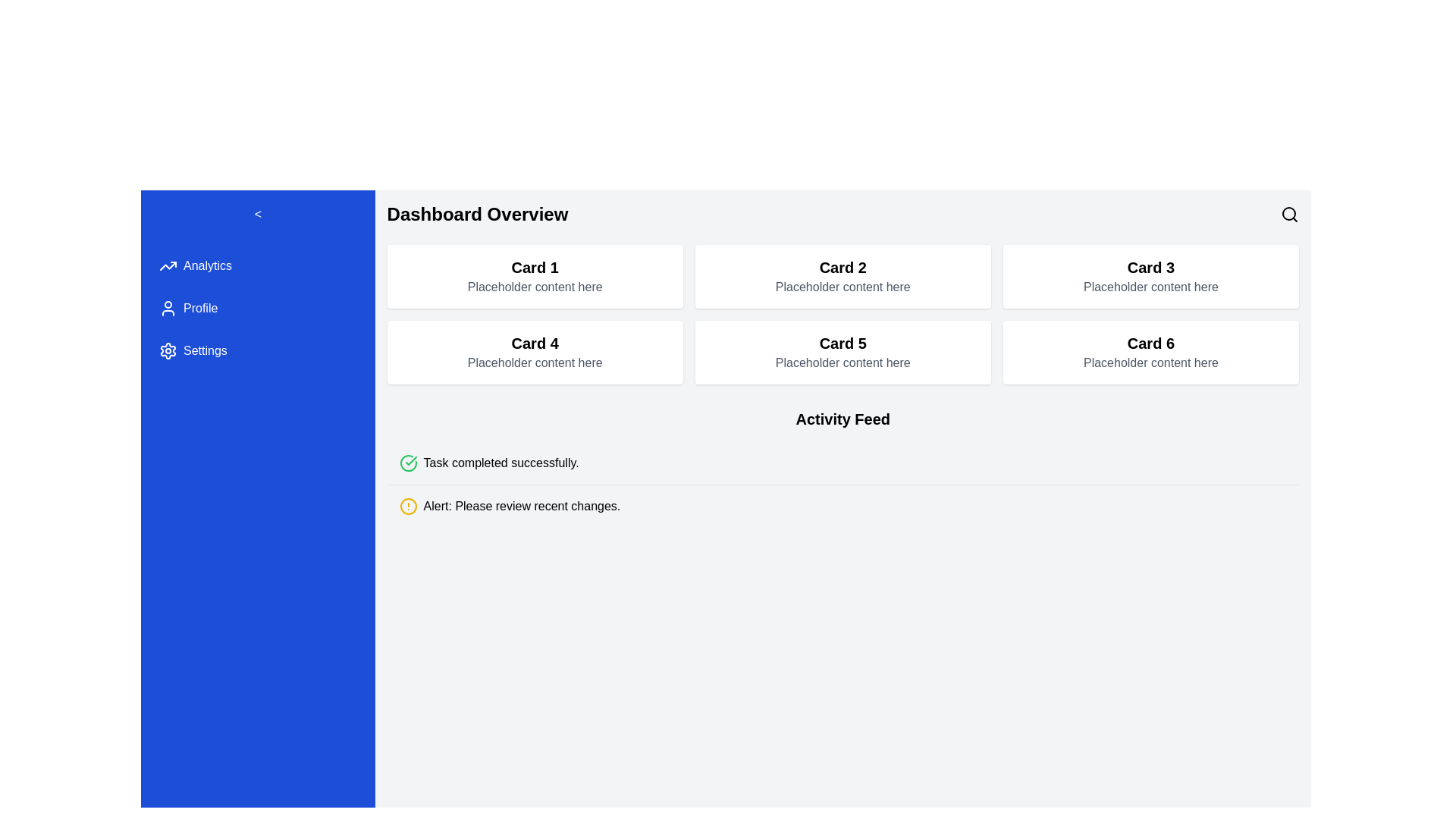 This screenshot has height=819, width=1456. I want to click on the person icon in the Profile navigation item on the left sidebar to understand its representation, so click(168, 308).